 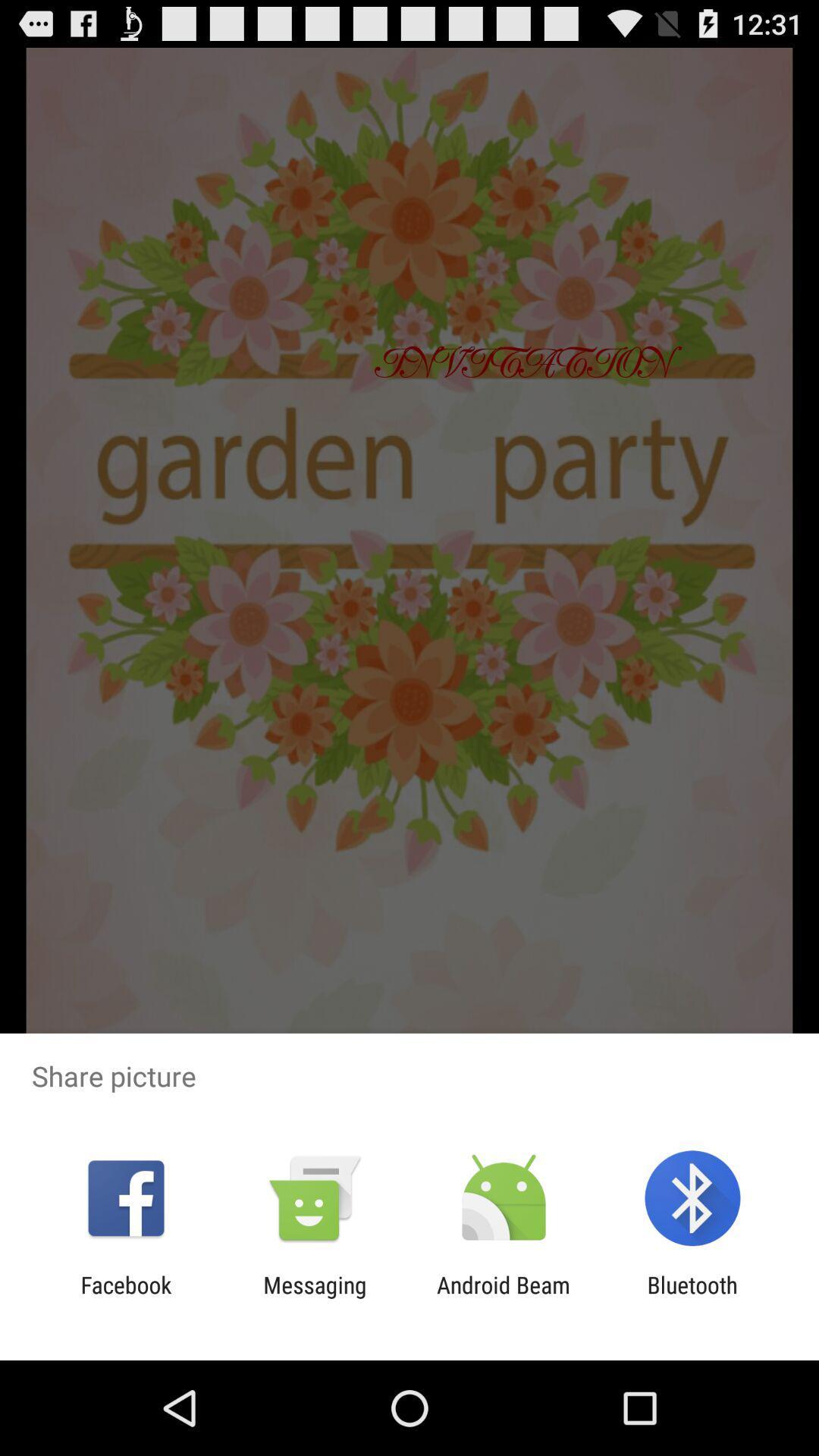 What do you see at coordinates (504, 1298) in the screenshot?
I see `the icon next to the messaging app` at bounding box center [504, 1298].